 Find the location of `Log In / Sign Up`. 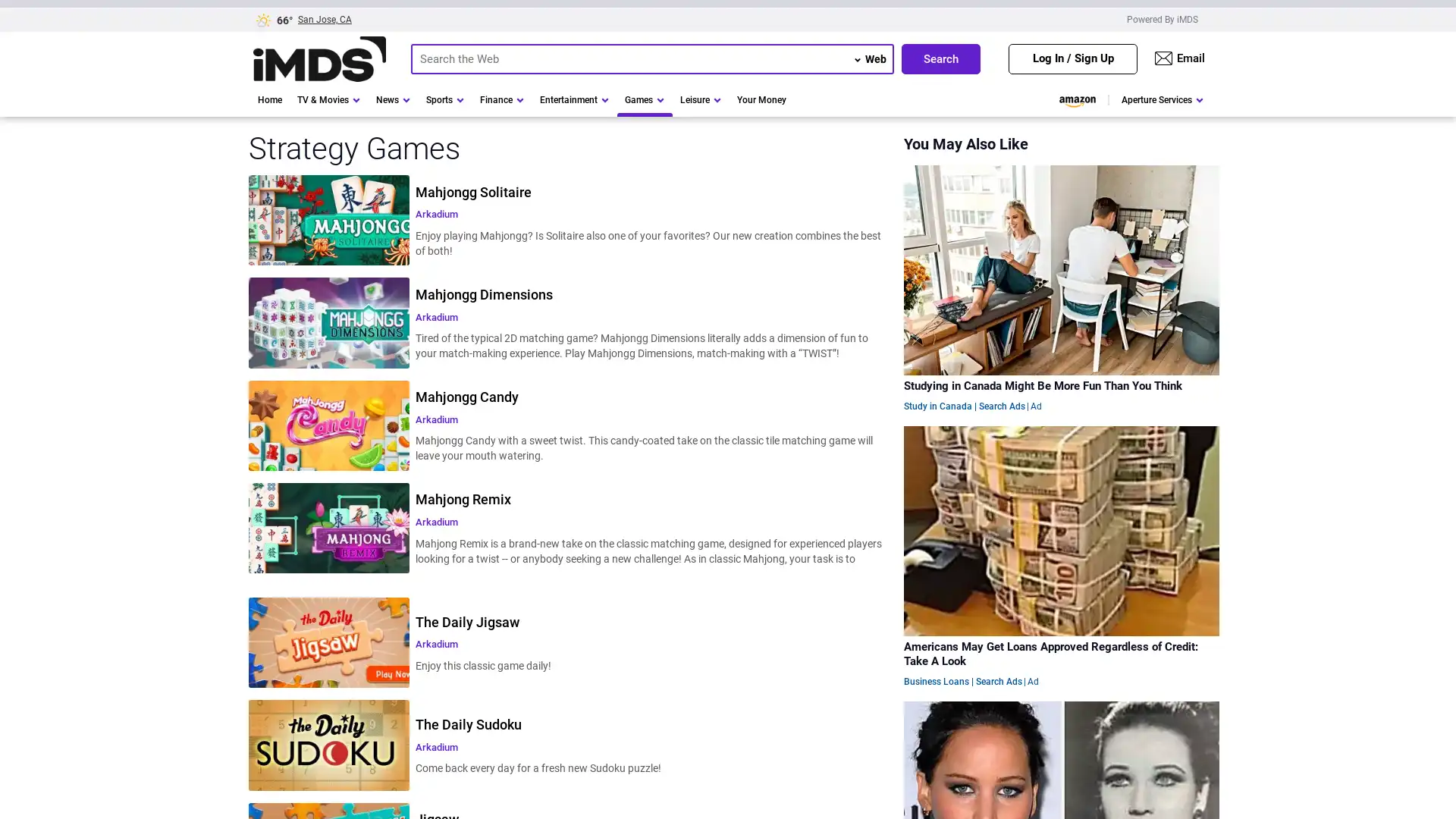

Log In / Sign Up is located at coordinates (1072, 58).